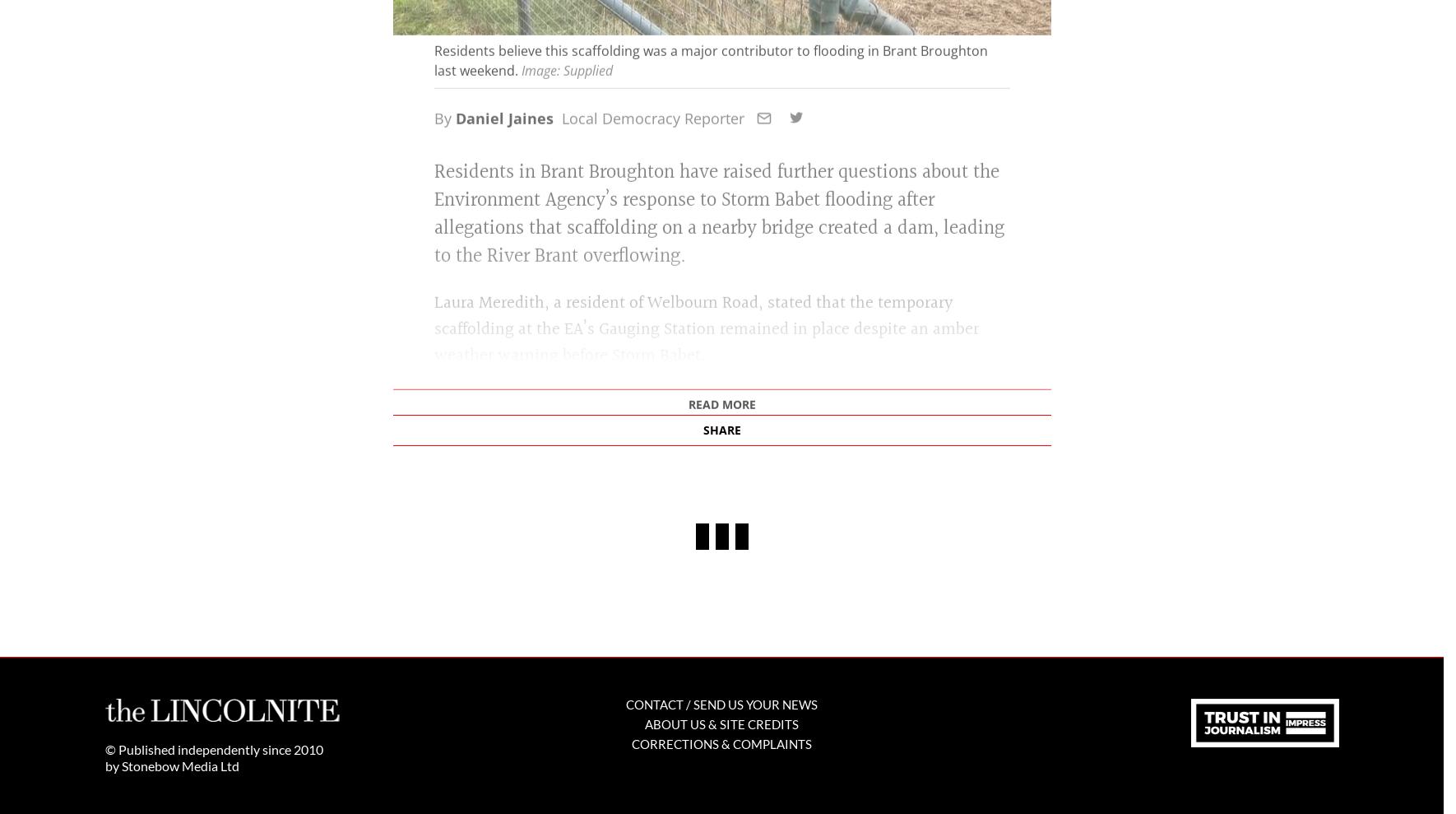 This screenshot has width=1456, height=814. I want to click on 'Daniel Jaines', so click(503, 369).